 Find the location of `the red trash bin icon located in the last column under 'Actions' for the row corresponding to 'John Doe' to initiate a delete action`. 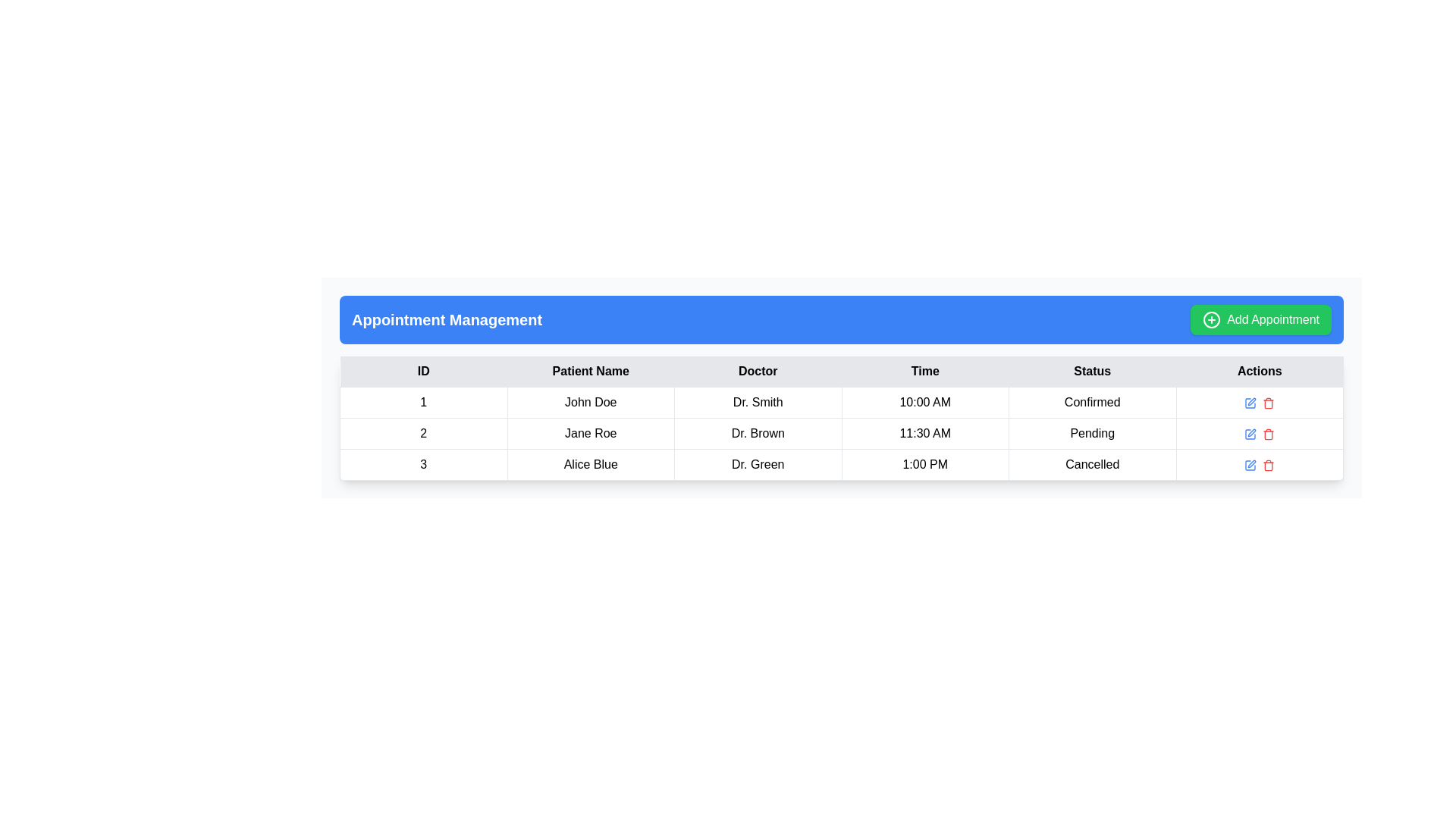

the red trash bin icon located in the last column under 'Actions' for the row corresponding to 'John Doe' to initiate a delete action is located at coordinates (1269, 402).